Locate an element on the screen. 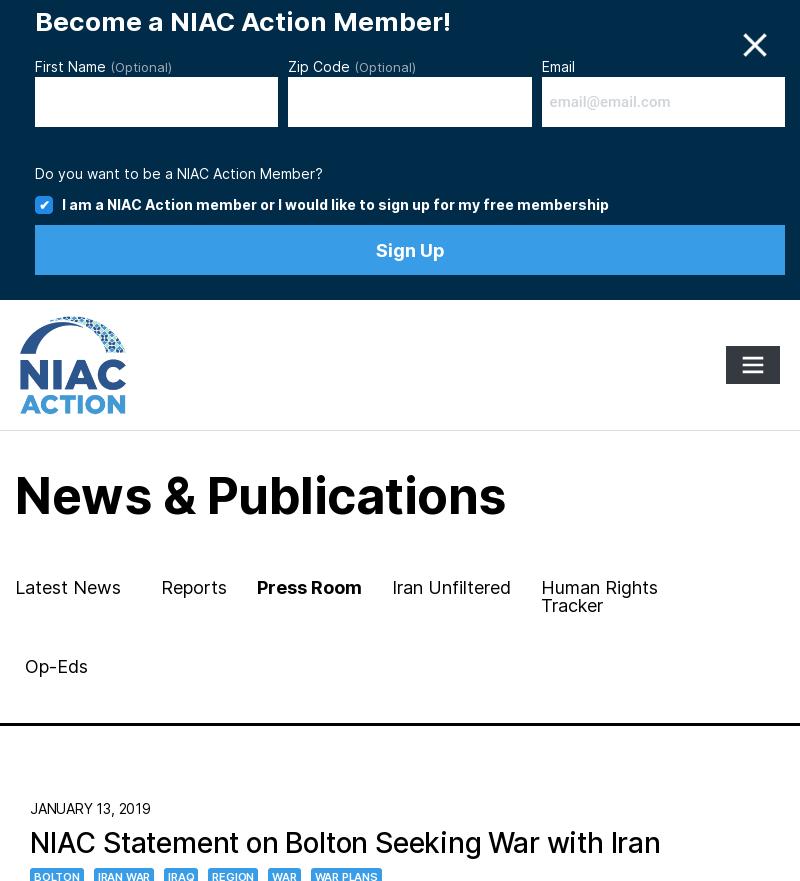  'Email' is located at coordinates (557, 66).